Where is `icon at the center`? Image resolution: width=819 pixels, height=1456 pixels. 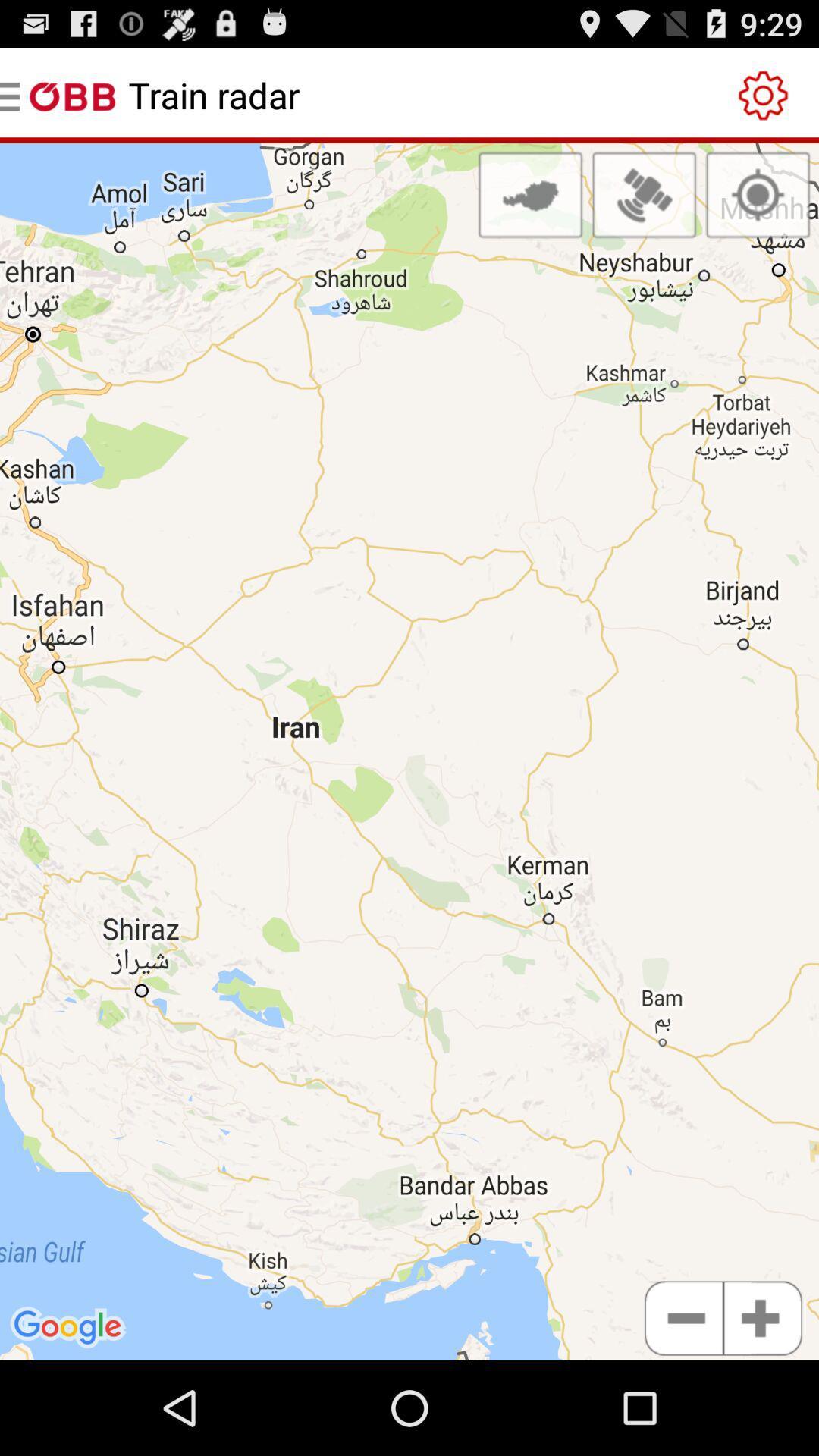 icon at the center is located at coordinates (409, 752).